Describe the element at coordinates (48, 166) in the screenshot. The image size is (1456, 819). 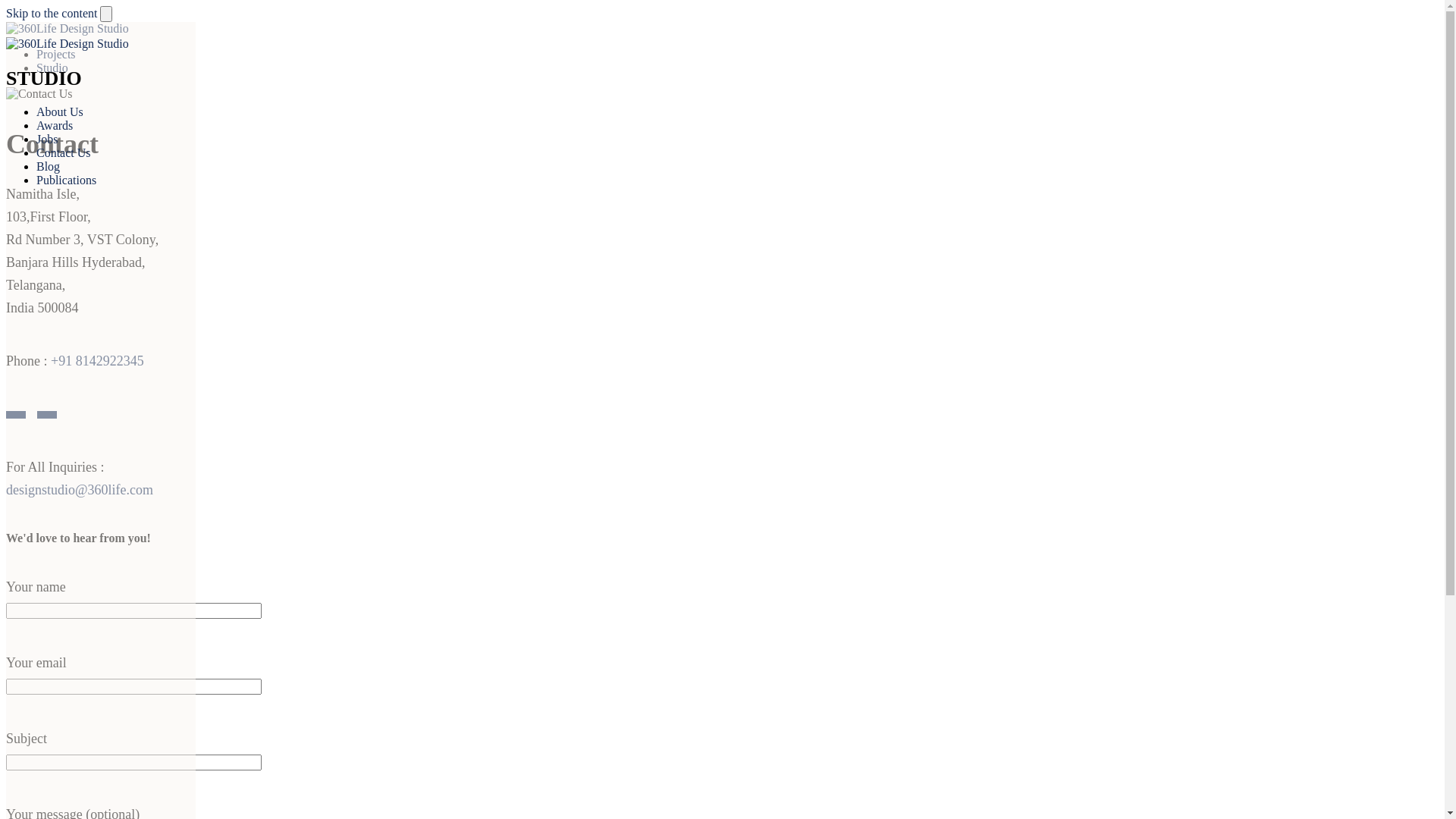
I see `'Blog'` at that location.